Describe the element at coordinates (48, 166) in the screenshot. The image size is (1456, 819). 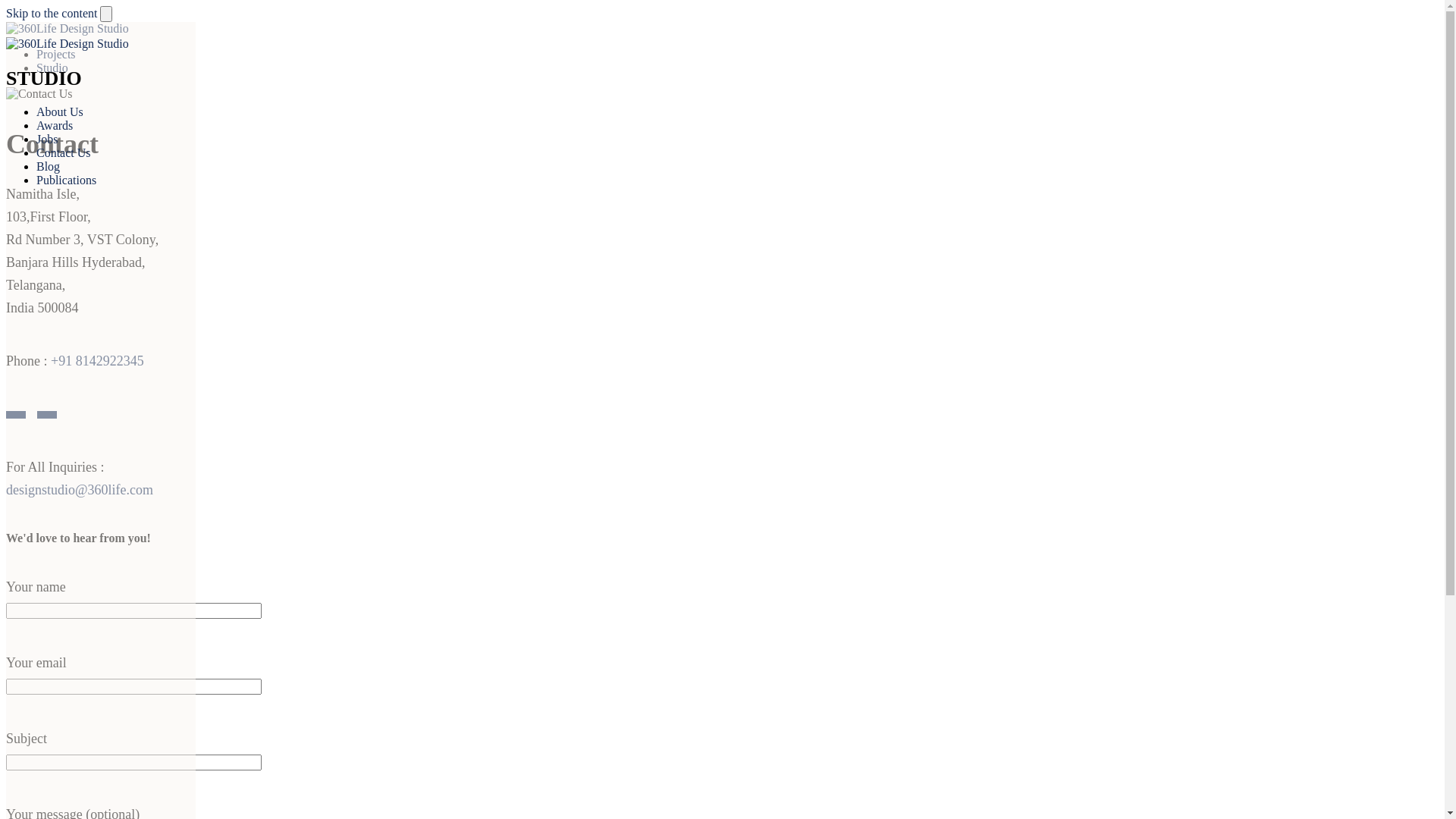
I see `'Blog'` at that location.